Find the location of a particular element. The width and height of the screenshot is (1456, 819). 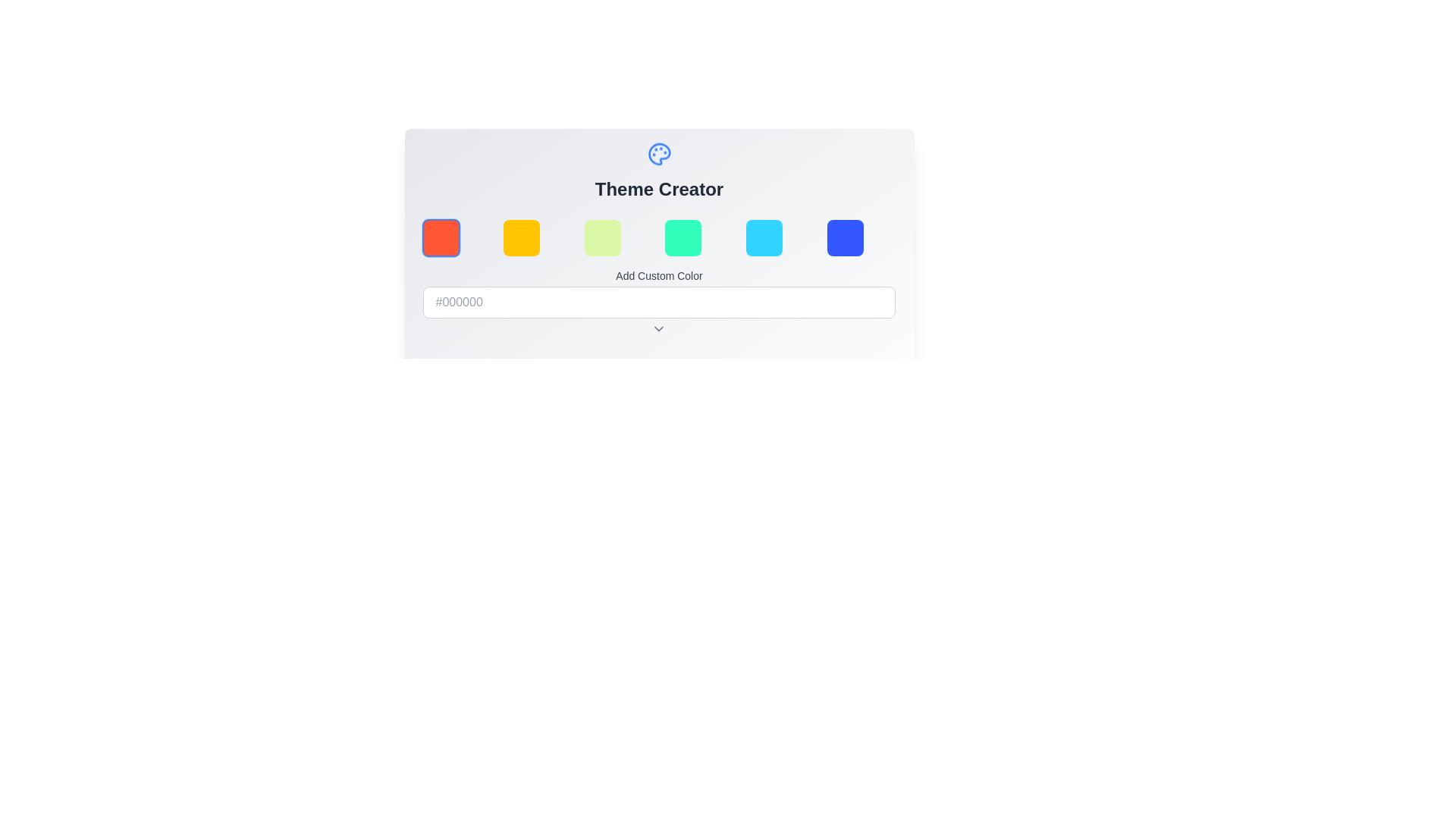

the descriptive label for the custom color input field, which is positioned directly above the input field and centered horizontally is located at coordinates (659, 275).